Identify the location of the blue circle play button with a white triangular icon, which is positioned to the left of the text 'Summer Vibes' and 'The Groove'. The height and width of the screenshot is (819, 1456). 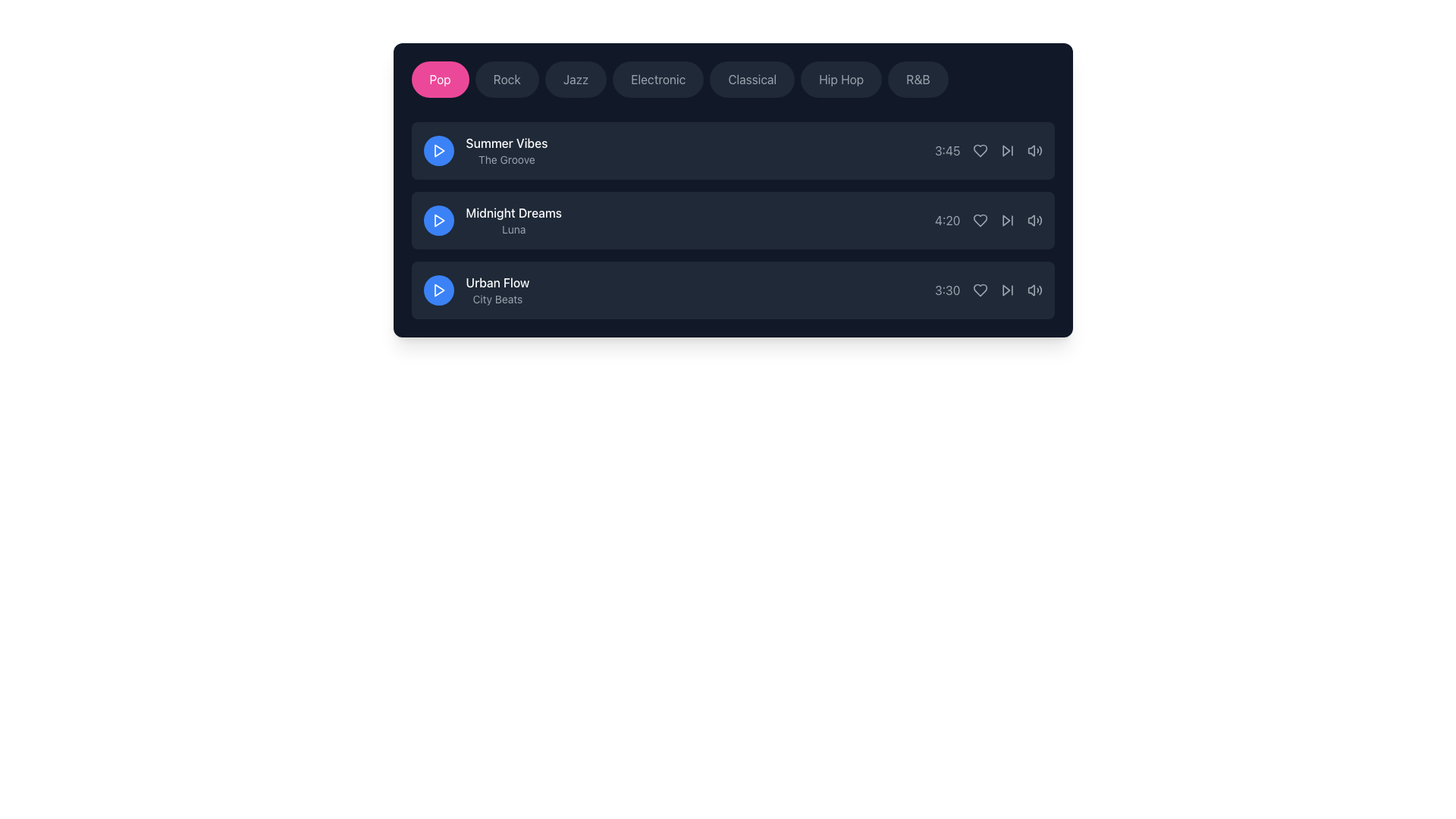
(438, 151).